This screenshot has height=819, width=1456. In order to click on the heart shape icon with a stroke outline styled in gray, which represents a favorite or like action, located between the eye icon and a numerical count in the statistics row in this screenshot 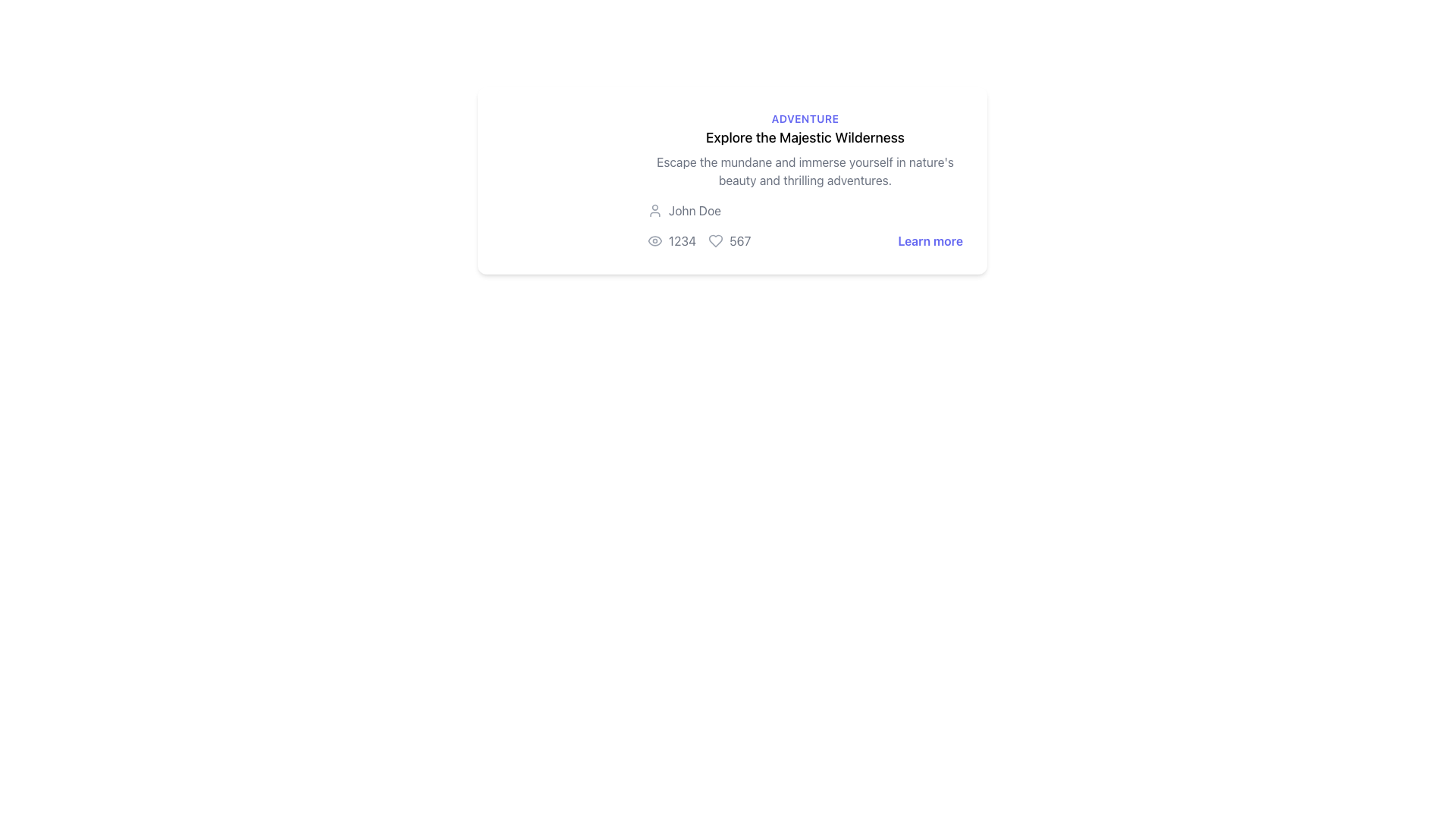, I will do `click(715, 240)`.